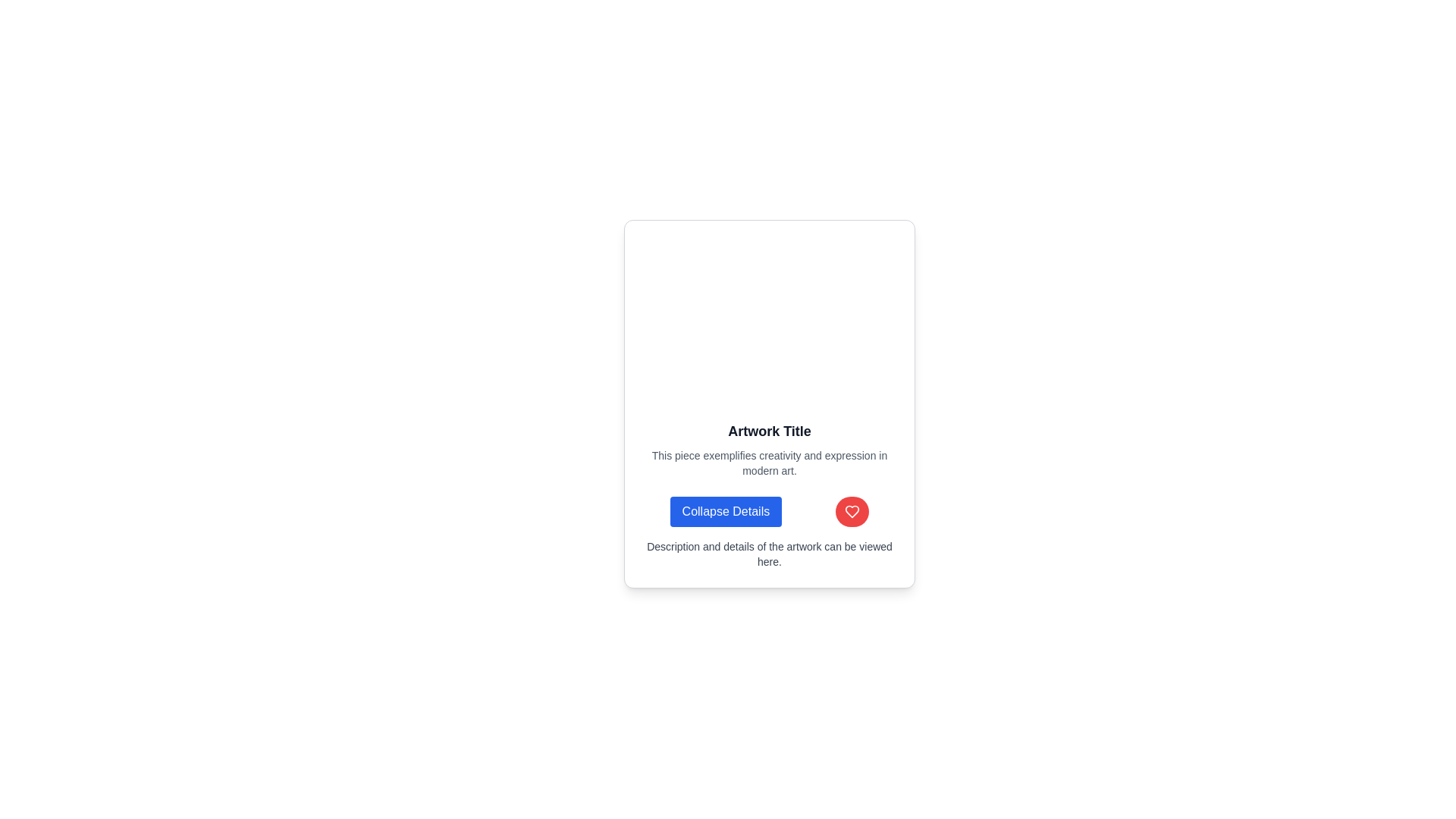 This screenshot has width=1456, height=819. I want to click on the heart-shaped button, so click(852, 512).